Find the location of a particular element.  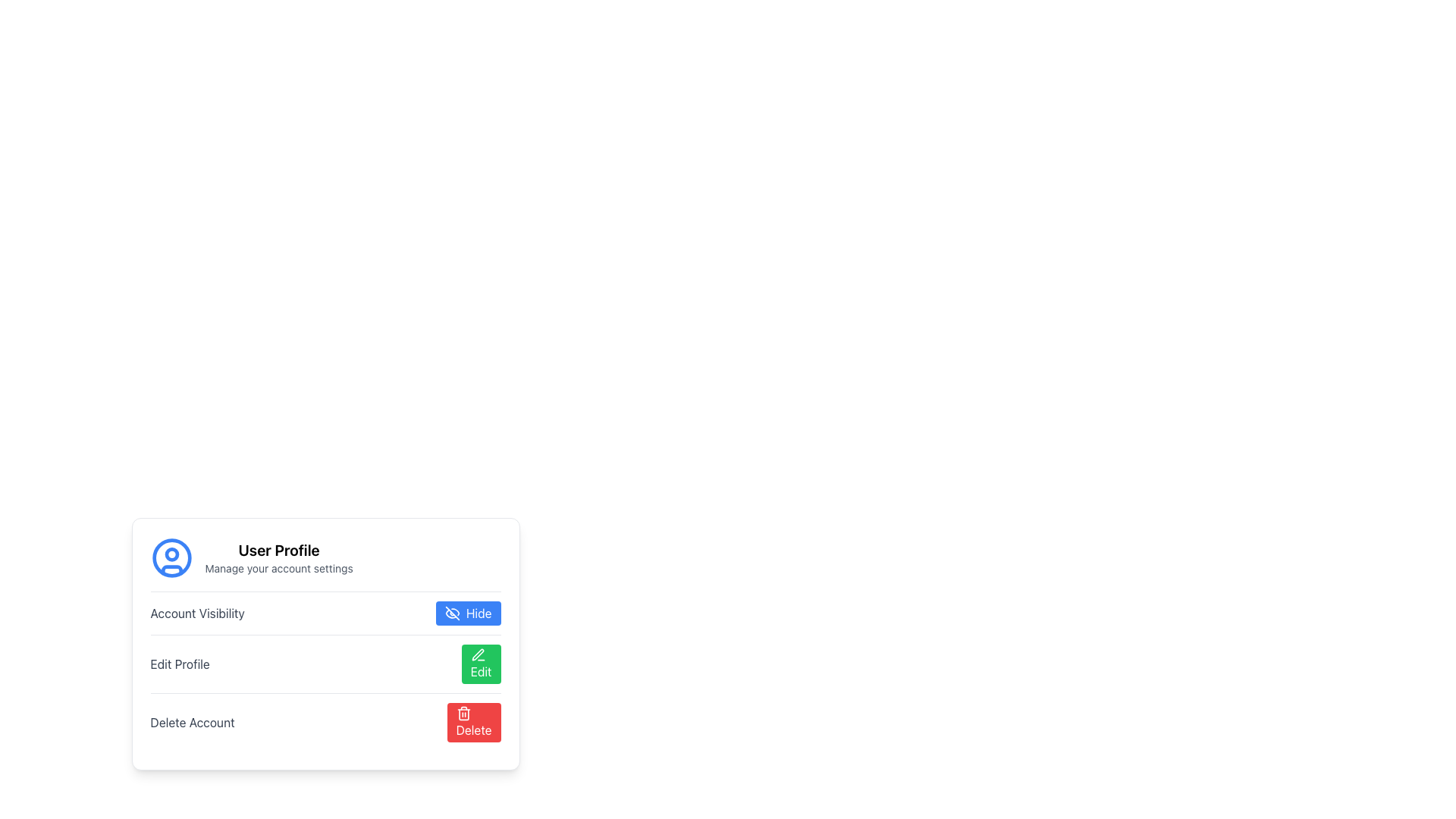

the trash bin icon located to the left of the 'Delete' text in the red button, positioned in the bottom-right corner of the interface, to trigger hover effects is located at coordinates (463, 714).